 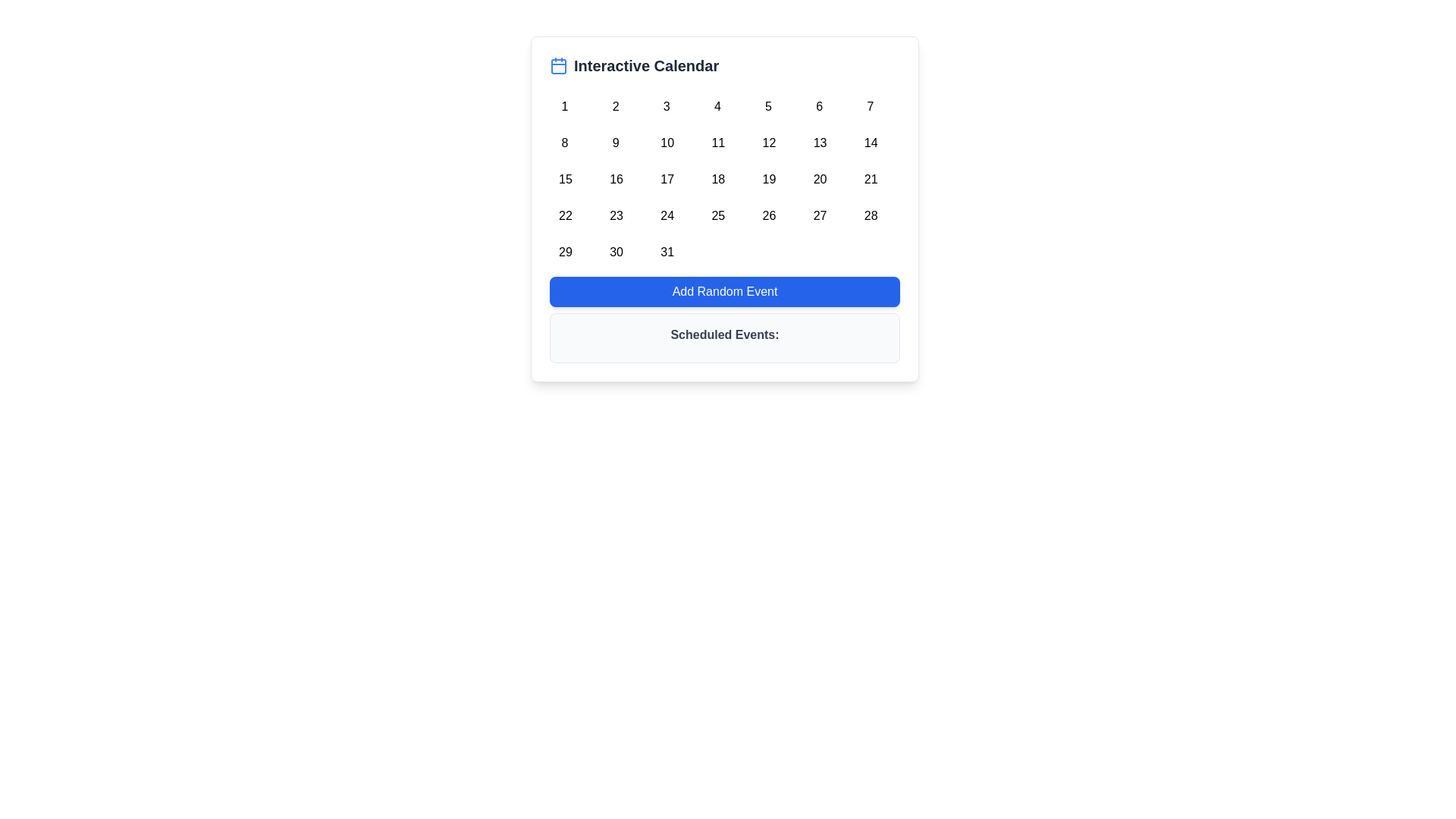 I want to click on the 26th day button in the interactive calendar, so click(x=768, y=213).